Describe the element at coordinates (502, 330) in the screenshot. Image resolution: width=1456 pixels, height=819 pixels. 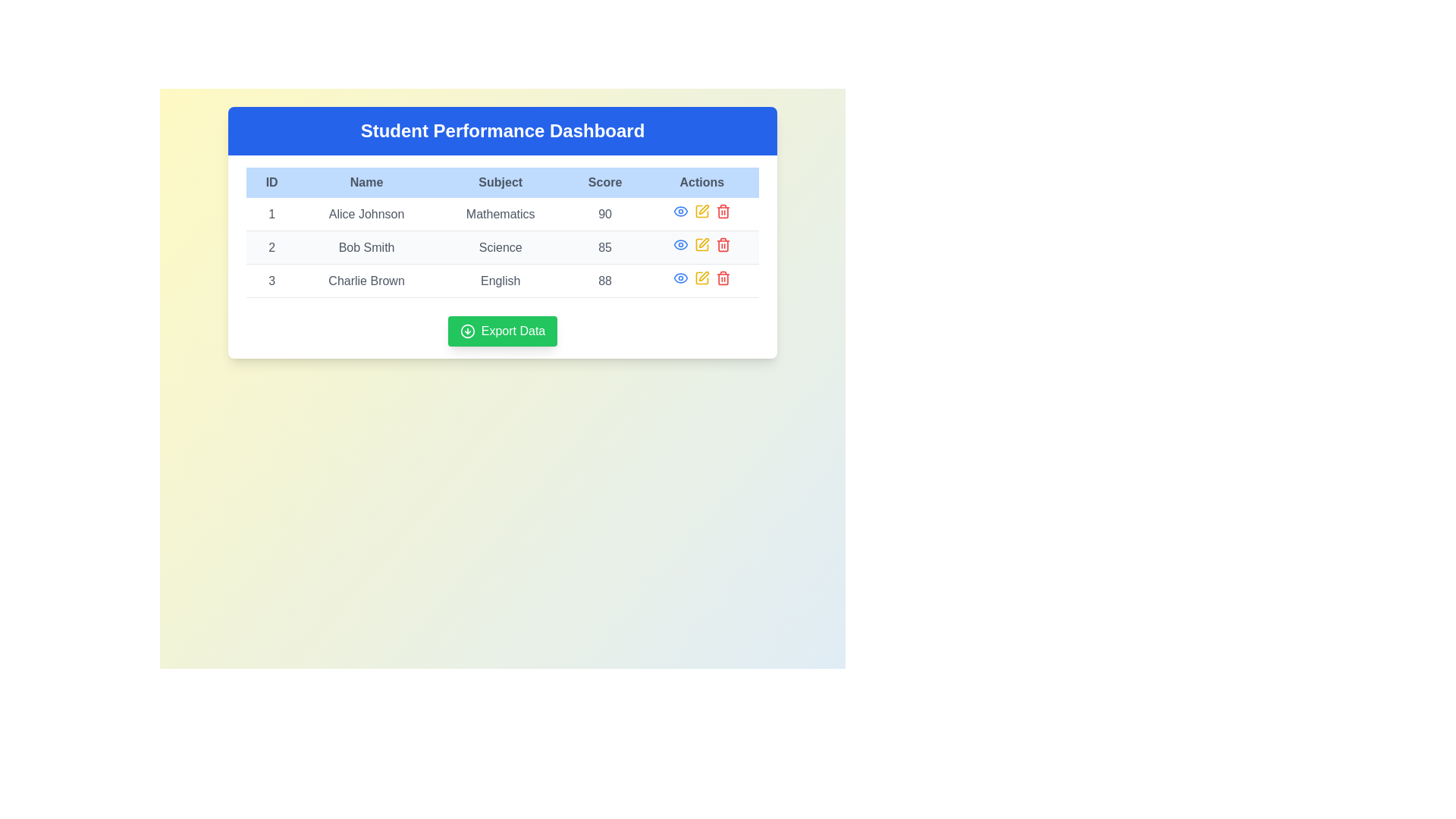
I see `the export button located beneath the data table to initiate data export` at that location.